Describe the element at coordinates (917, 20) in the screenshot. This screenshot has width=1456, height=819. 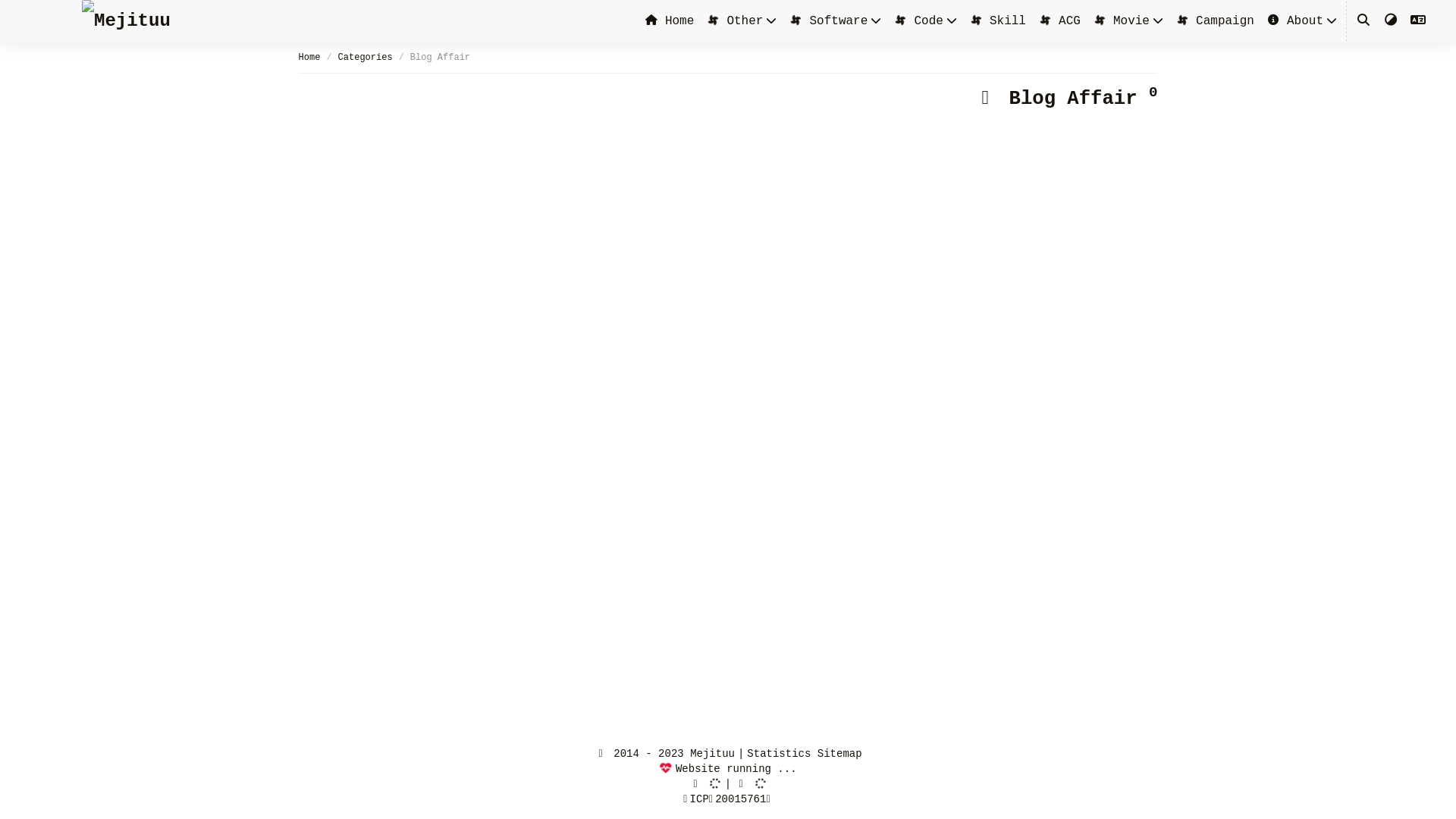
I see `'Code'` at that location.